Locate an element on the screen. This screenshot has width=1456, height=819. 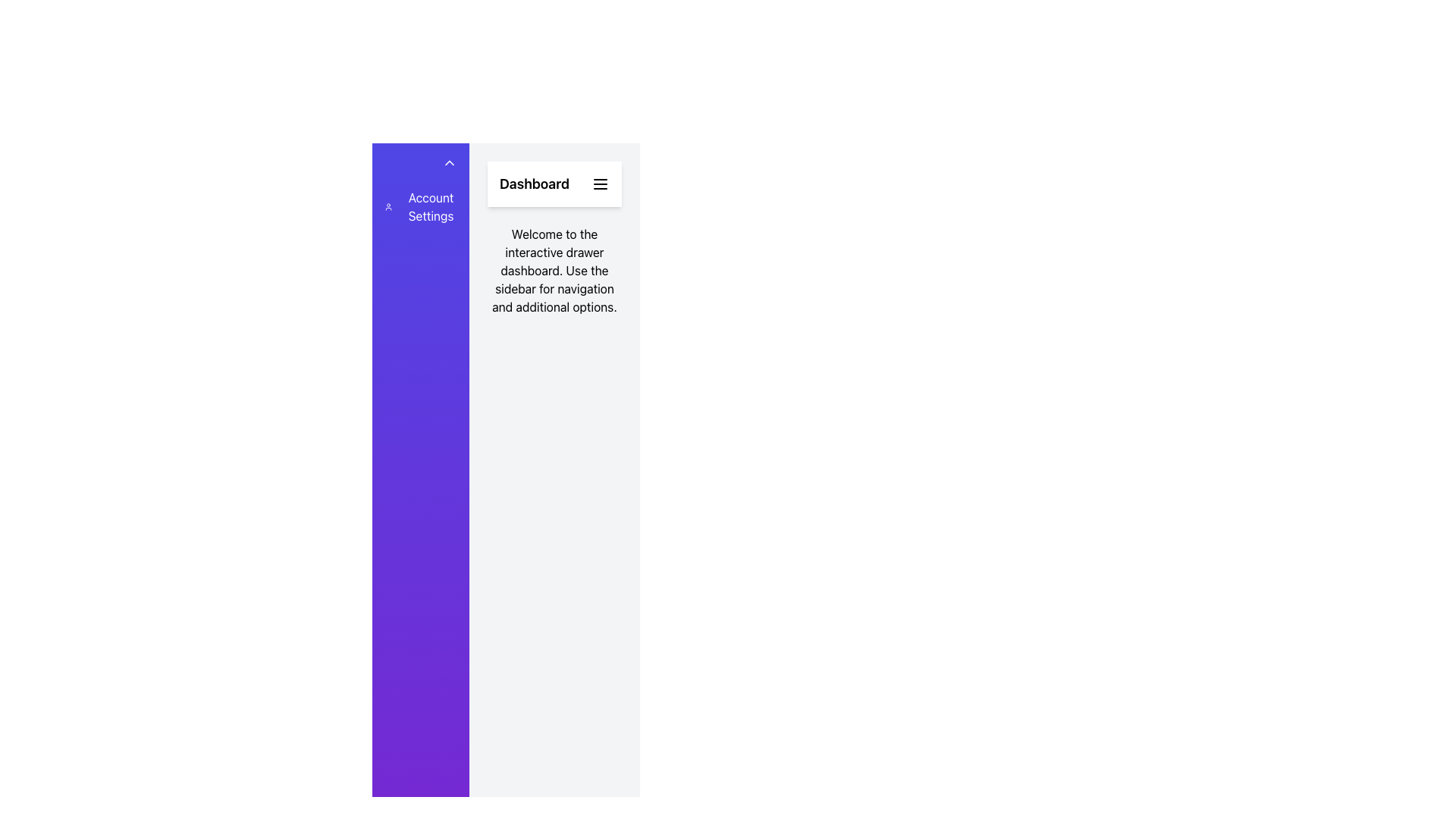
text block that states 'Welcome to the interactive drawer dashboard. Use the sidebar for navigation and additional options.' is located at coordinates (554, 270).